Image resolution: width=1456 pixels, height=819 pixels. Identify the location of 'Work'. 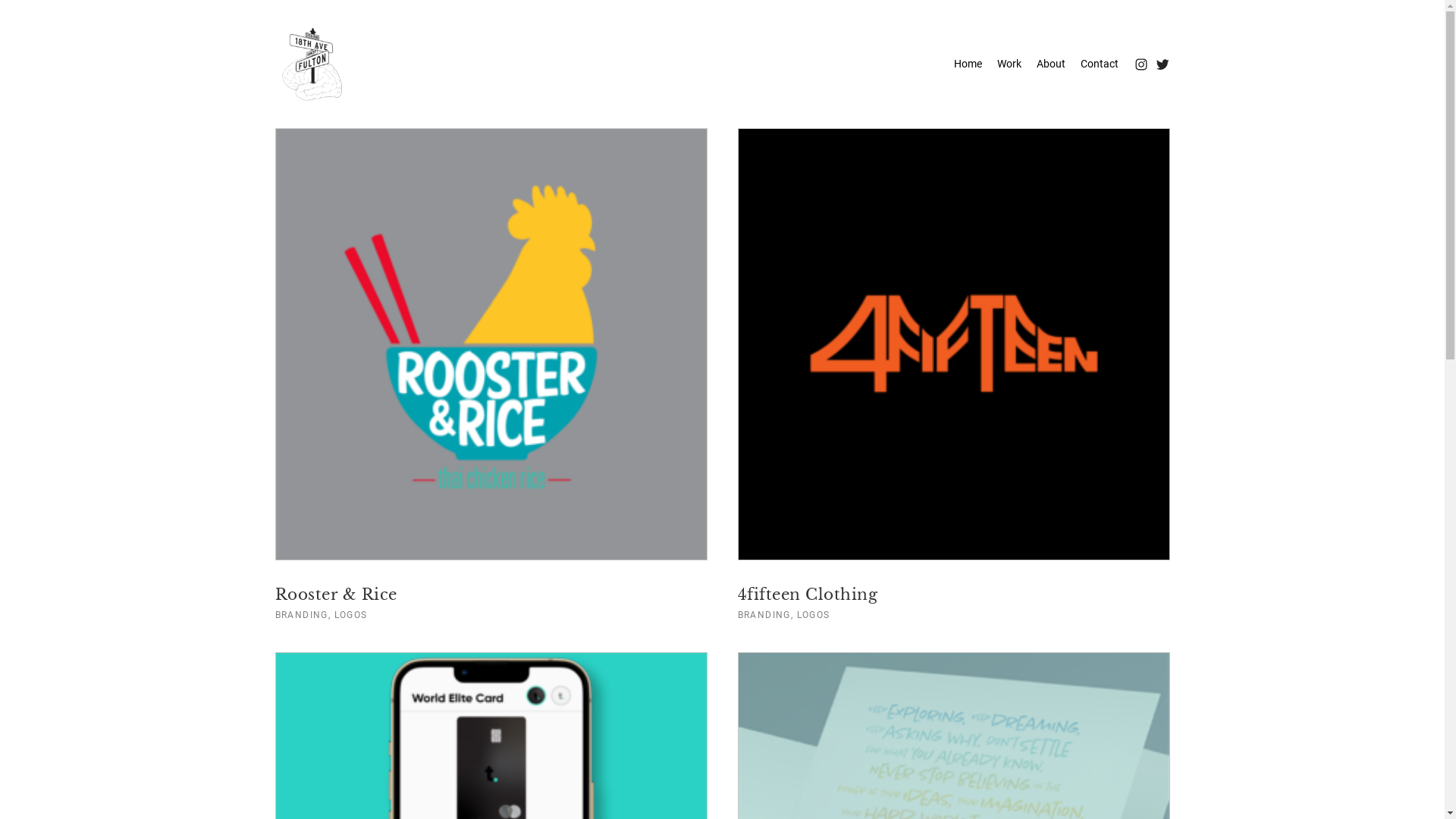
(1008, 63).